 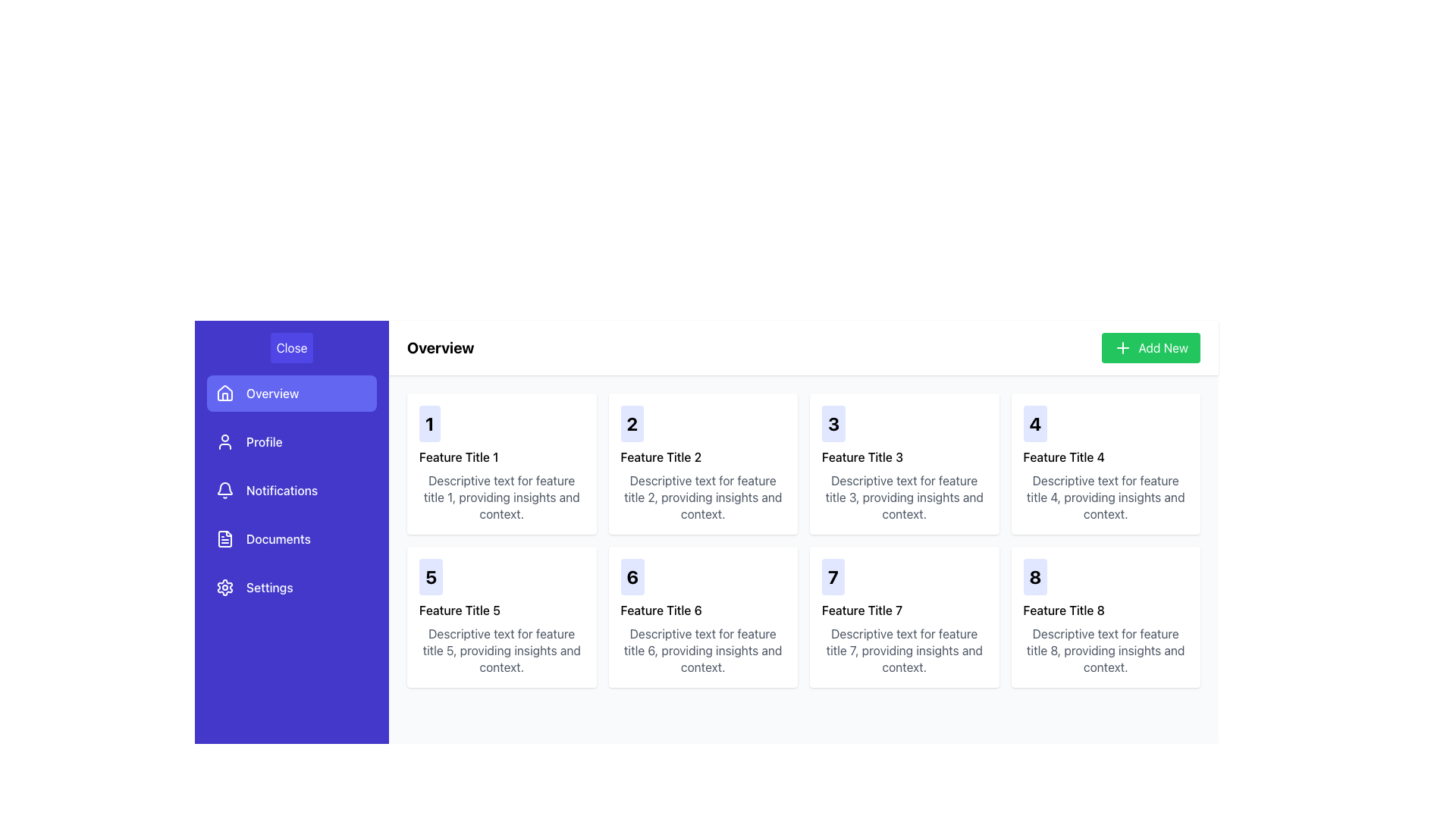 I want to click on the rounded rectangular button with a purple background labeled 'Overview' in the left sidebar, so click(x=291, y=393).